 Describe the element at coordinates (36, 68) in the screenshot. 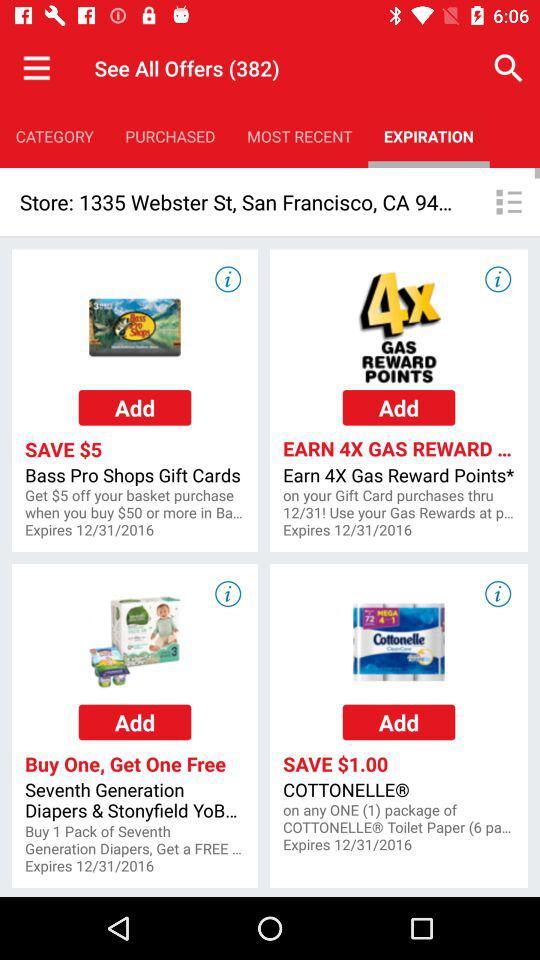

I see `the item to the left of the see all offers item` at that location.